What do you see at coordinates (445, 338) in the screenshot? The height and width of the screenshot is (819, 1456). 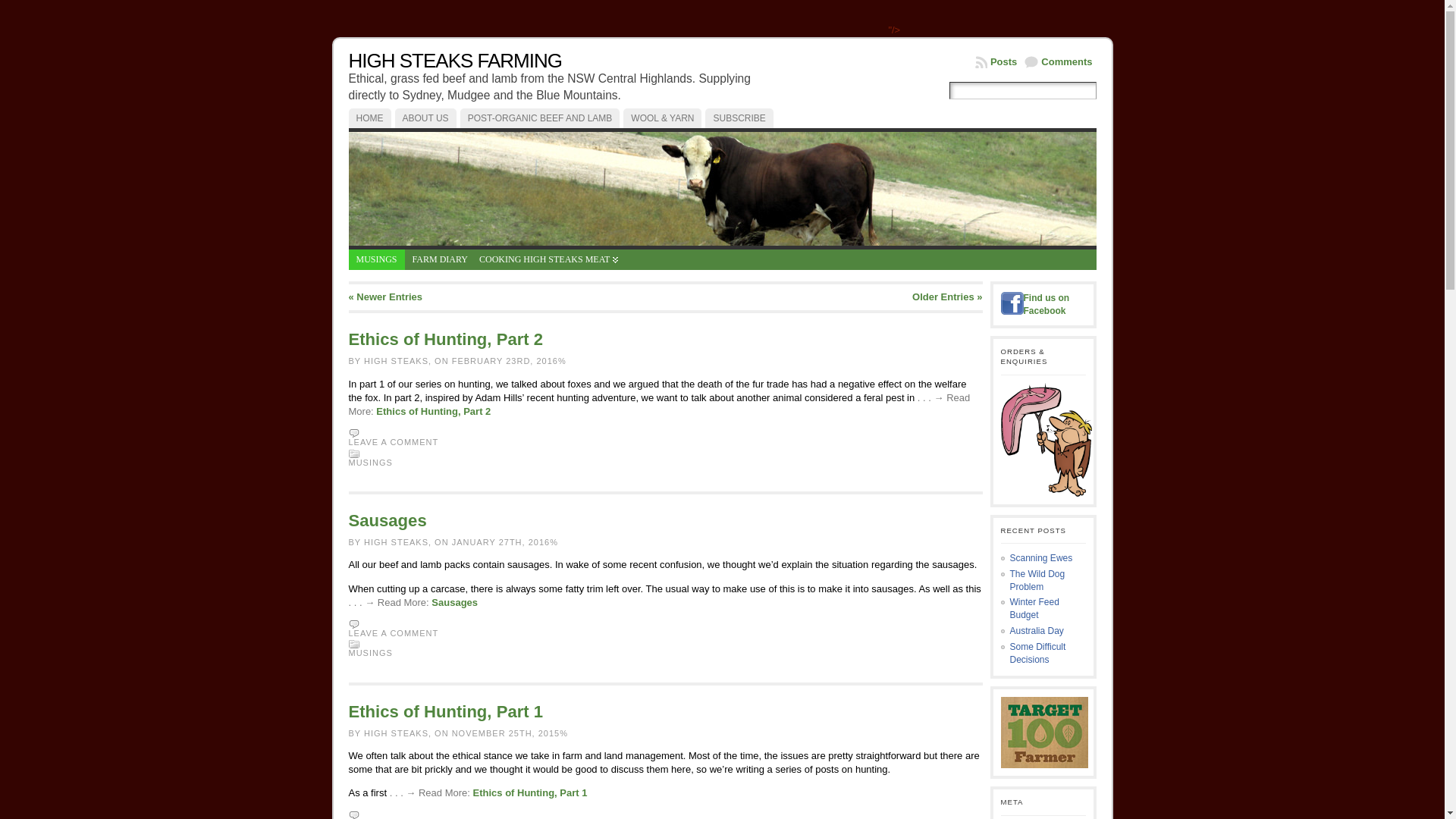 I see `'Ethics of Hunting, Part 2'` at bounding box center [445, 338].